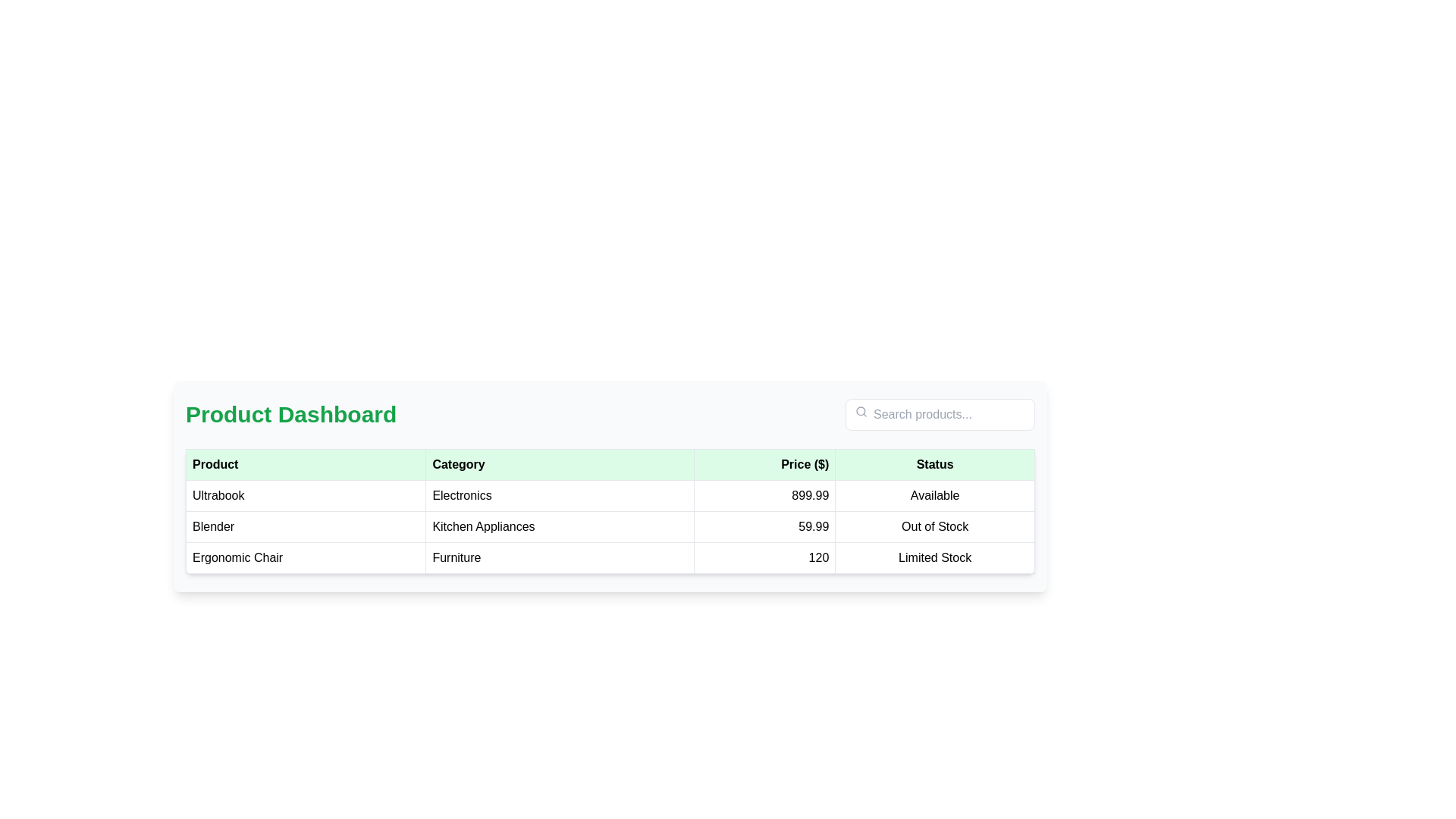  What do you see at coordinates (610, 526) in the screenshot?
I see `the second row of the table displaying product information, which includes details such as name, category, price, and availability status under the 'Product Dashboard' title` at bounding box center [610, 526].